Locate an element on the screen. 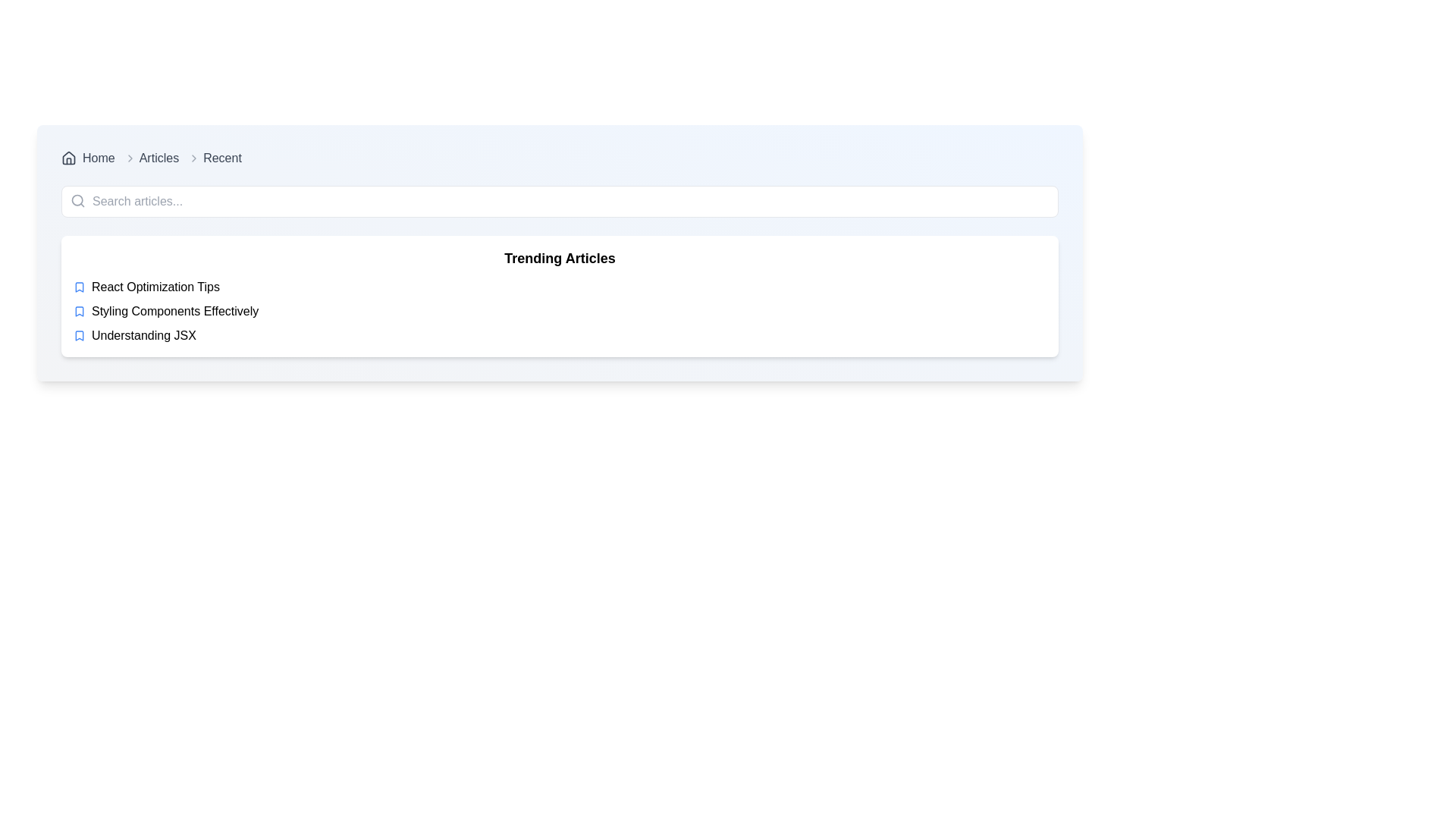 The height and width of the screenshot is (819, 1456). the bookmark icon located to the left of the text 'Styling Components Effectively' is located at coordinates (79, 311).